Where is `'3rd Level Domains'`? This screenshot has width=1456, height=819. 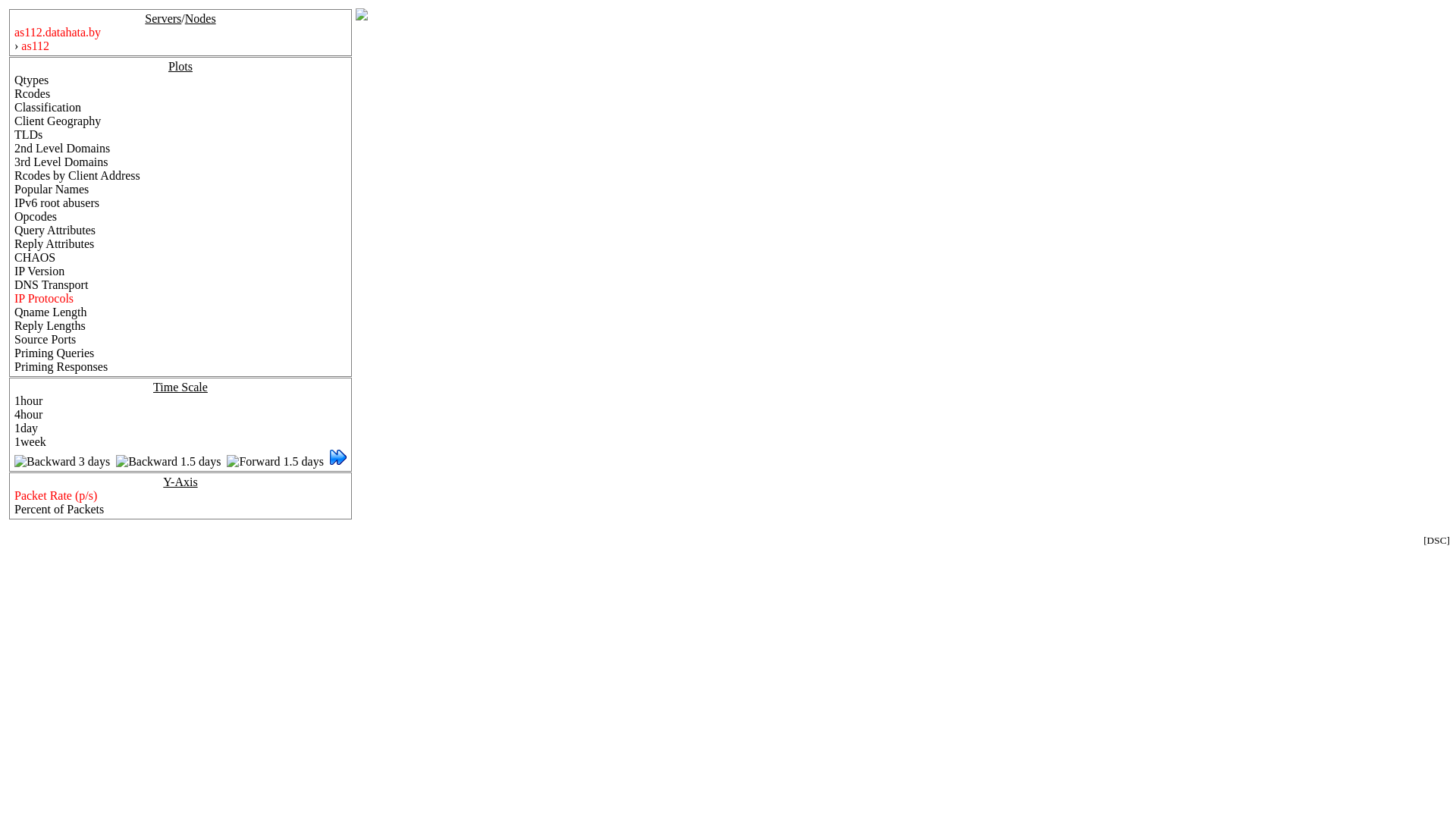 '3rd Level Domains' is located at coordinates (61, 162).